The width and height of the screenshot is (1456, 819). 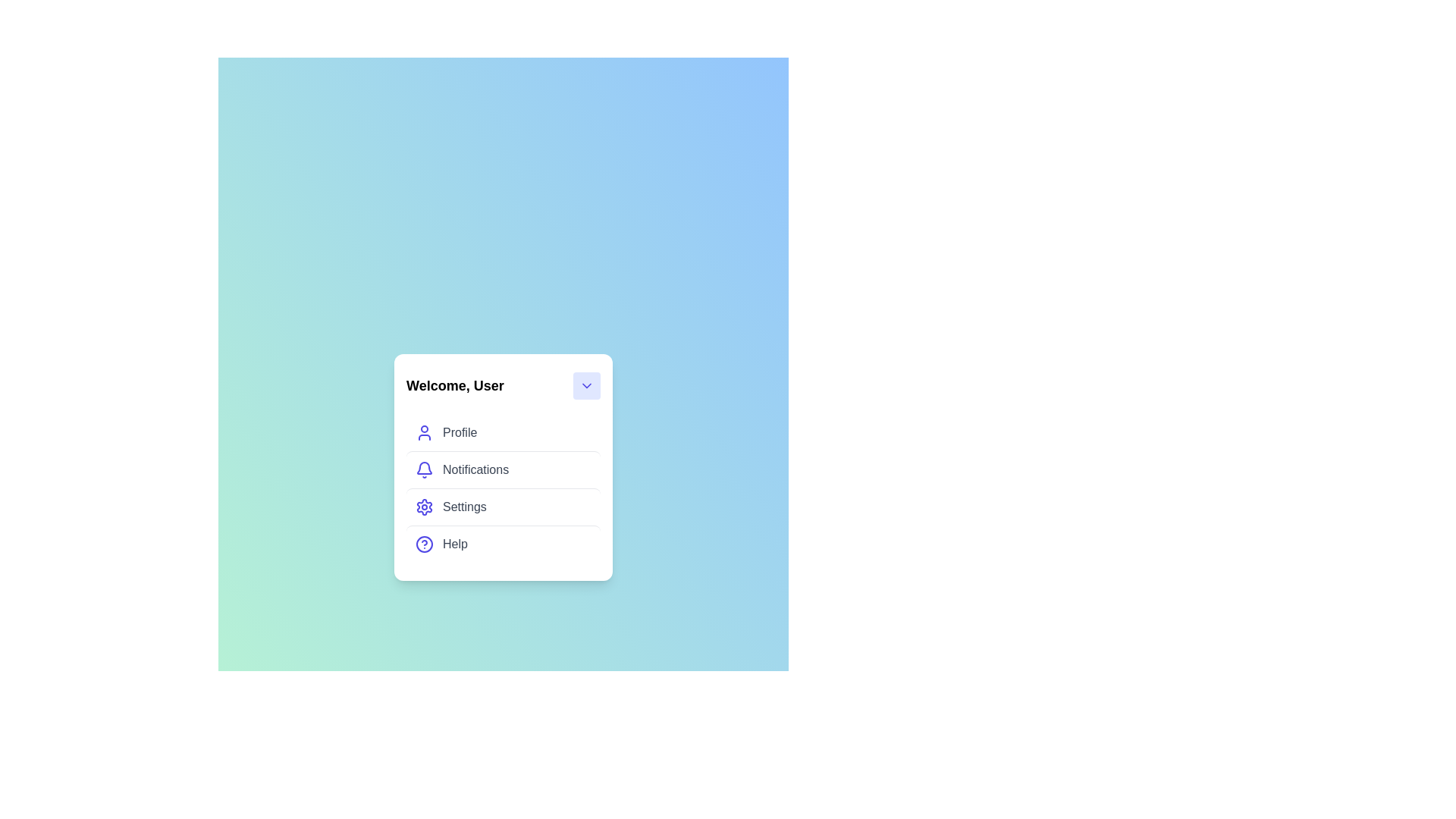 I want to click on the menu item Help in the UserProfileMenu, so click(x=503, y=543).